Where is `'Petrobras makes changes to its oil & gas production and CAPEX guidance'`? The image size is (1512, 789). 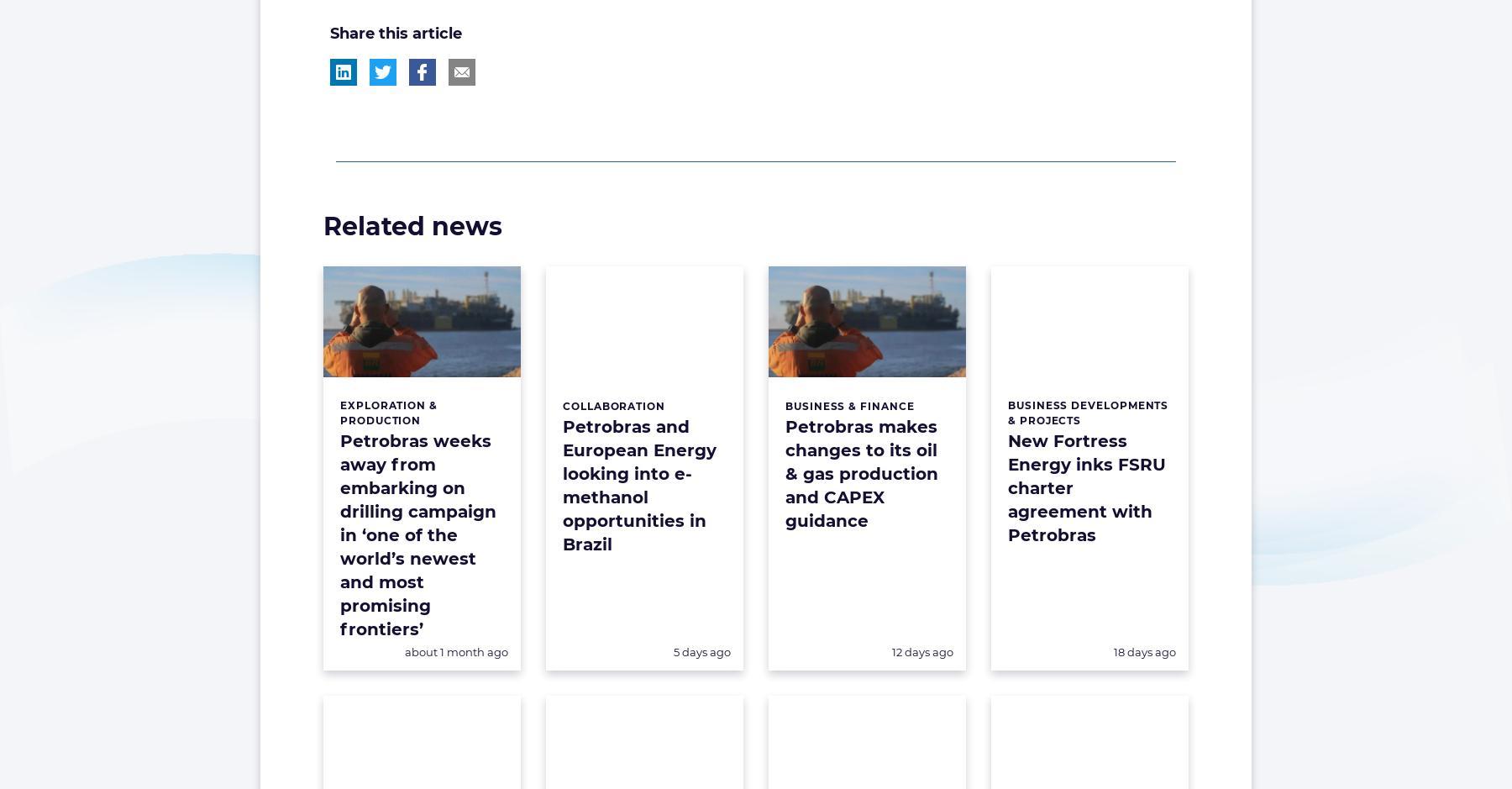
'Petrobras makes changes to its oil & gas production and CAPEX guidance' is located at coordinates (862, 472).